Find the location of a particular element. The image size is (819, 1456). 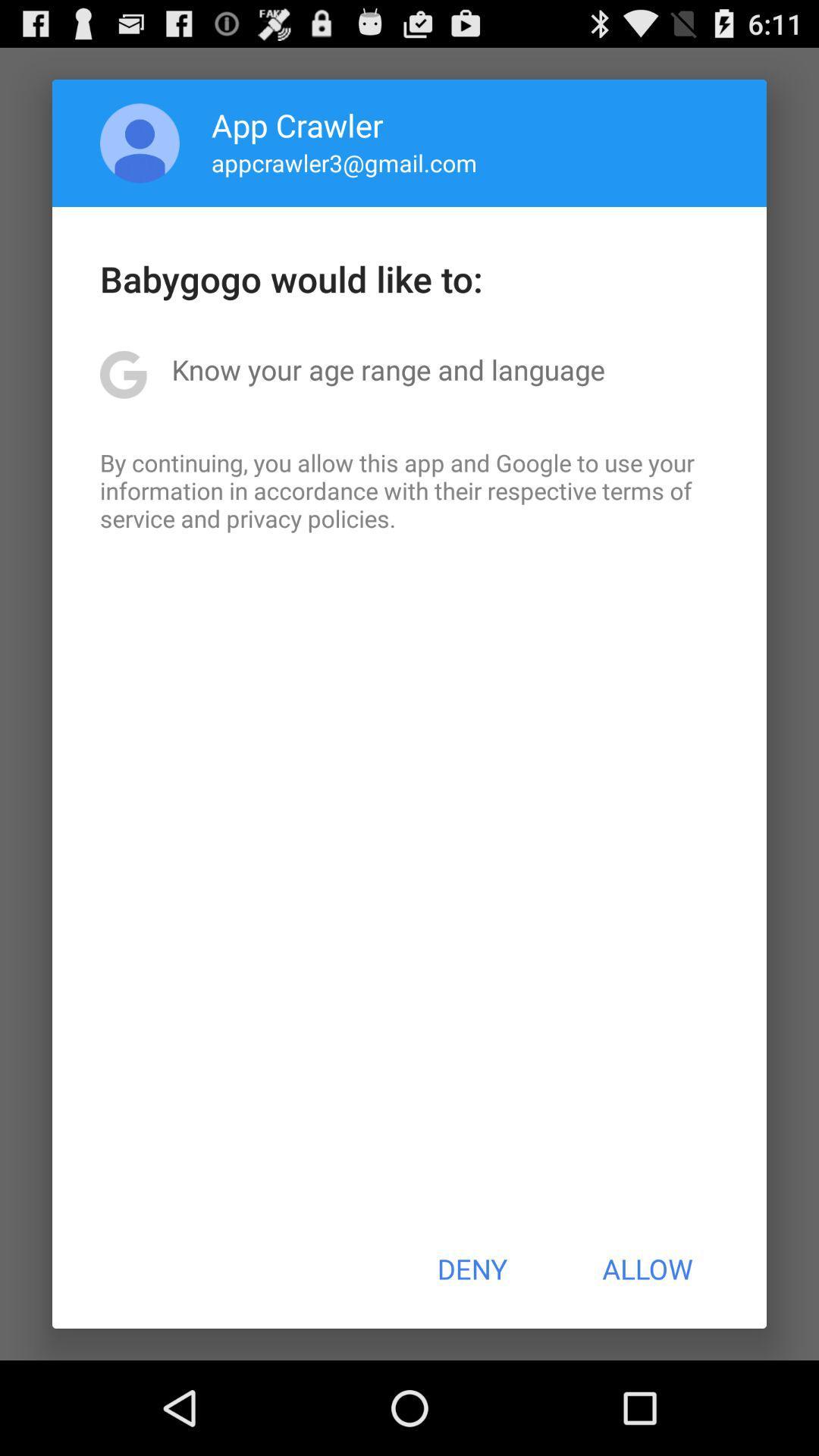

the item below the app crawler is located at coordinates (344, 162).